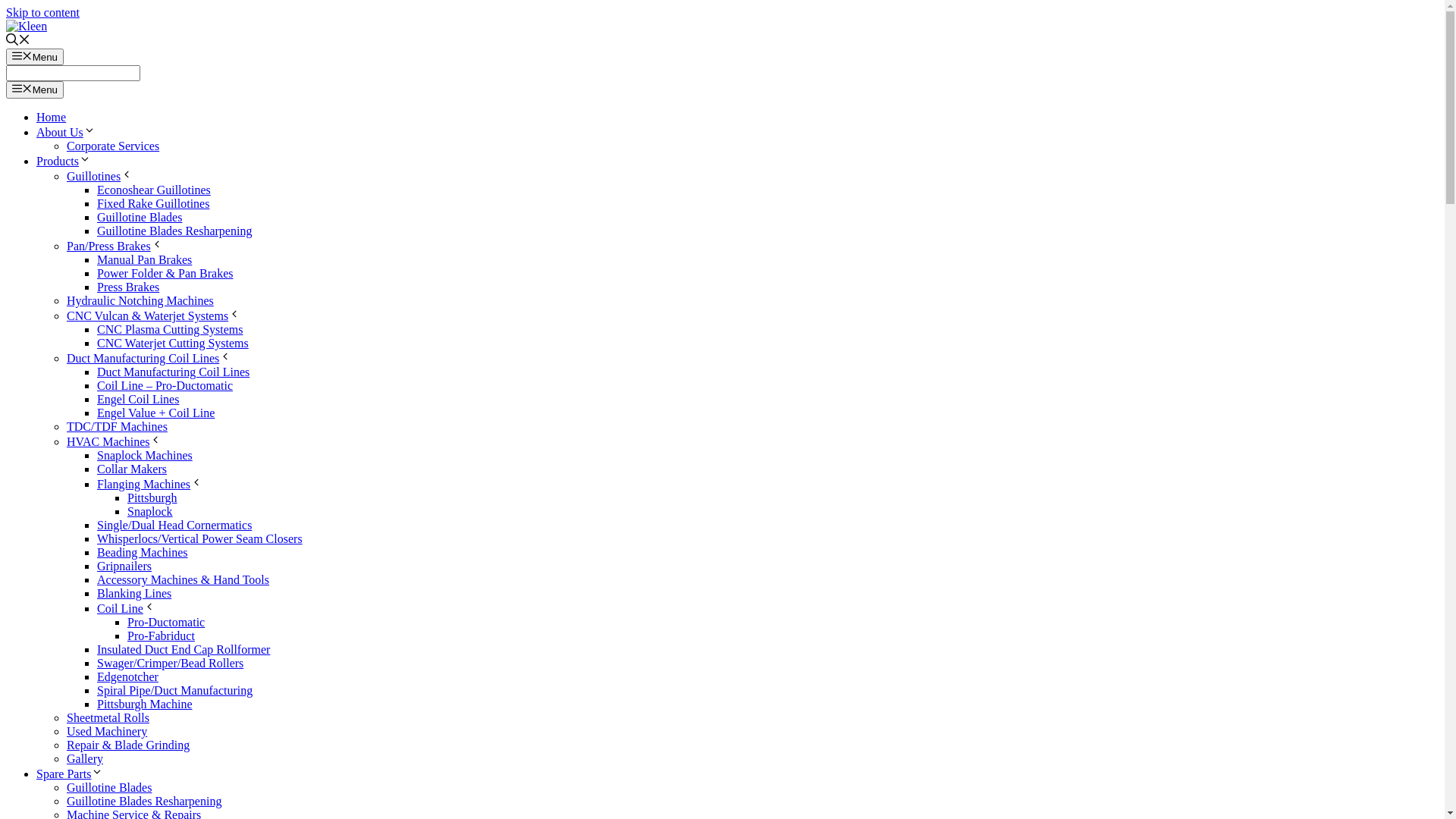 This screenshot has width=1456, height=819. I want to click on 'Sheetmetal Rolls', so click(107, 717).